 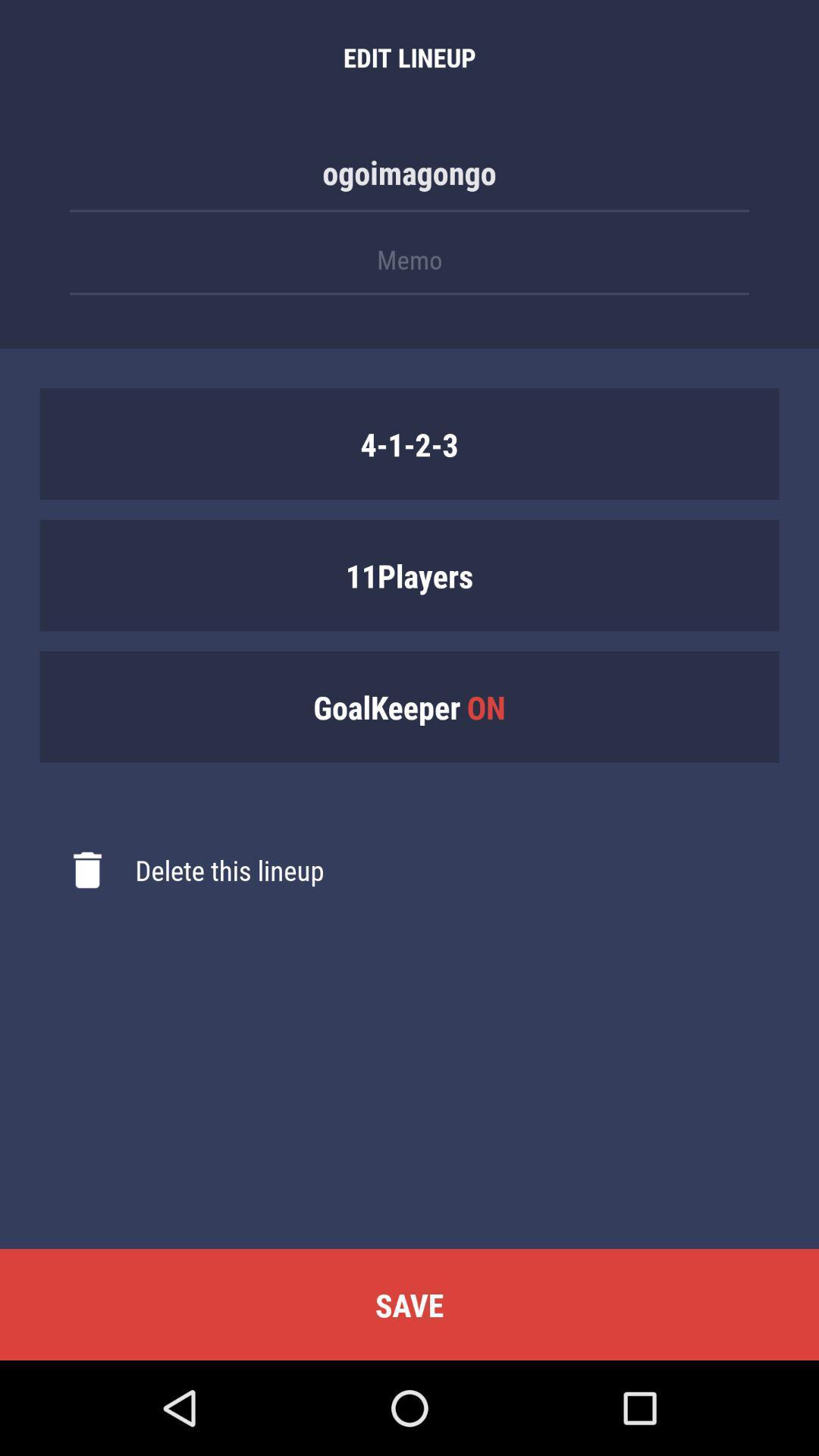 I want to click on icon above the goalkeeper, so click(x=409, y=574).